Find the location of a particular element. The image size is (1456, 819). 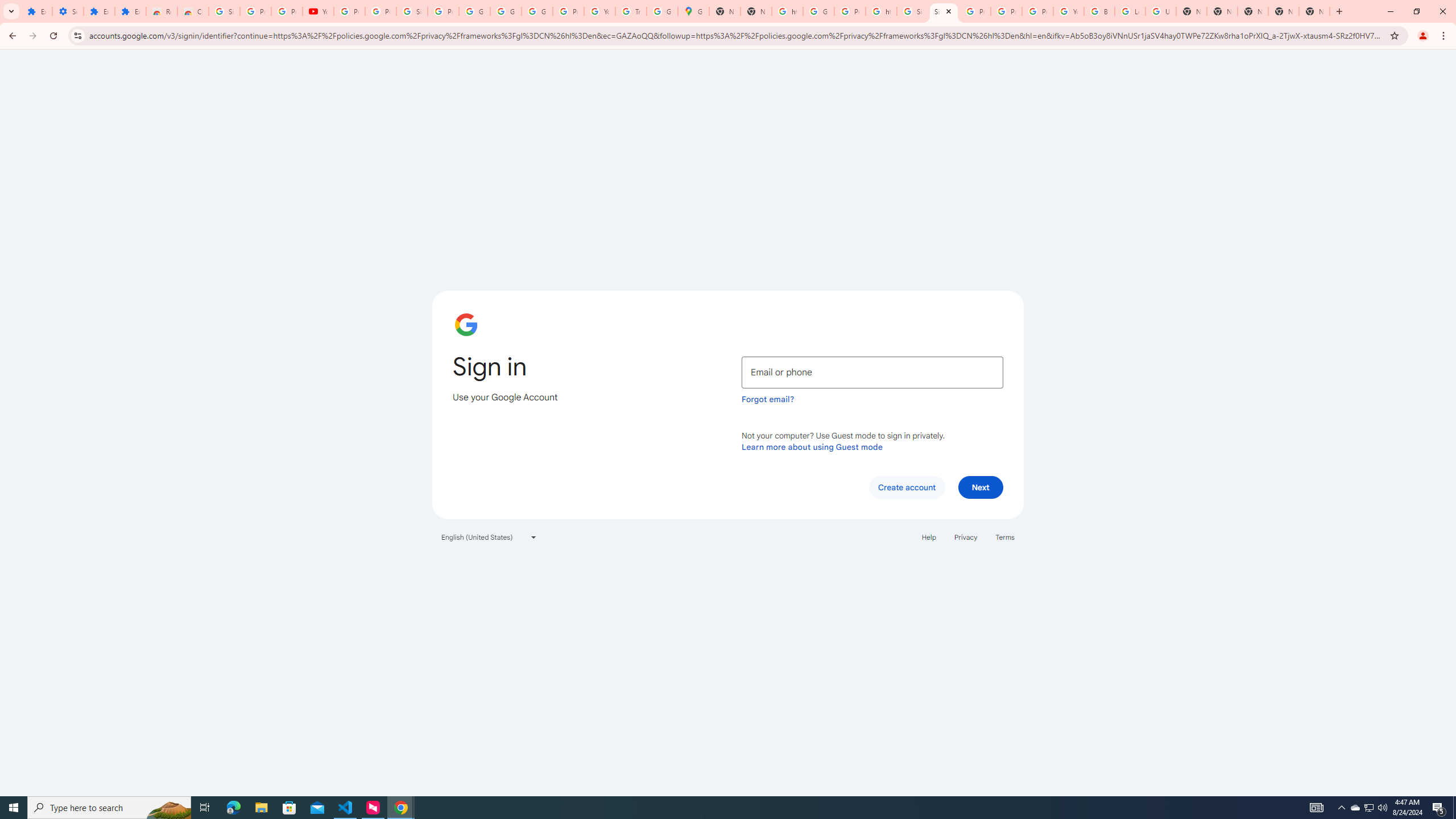

'English (United States)' is located at coordinates (489, 536).